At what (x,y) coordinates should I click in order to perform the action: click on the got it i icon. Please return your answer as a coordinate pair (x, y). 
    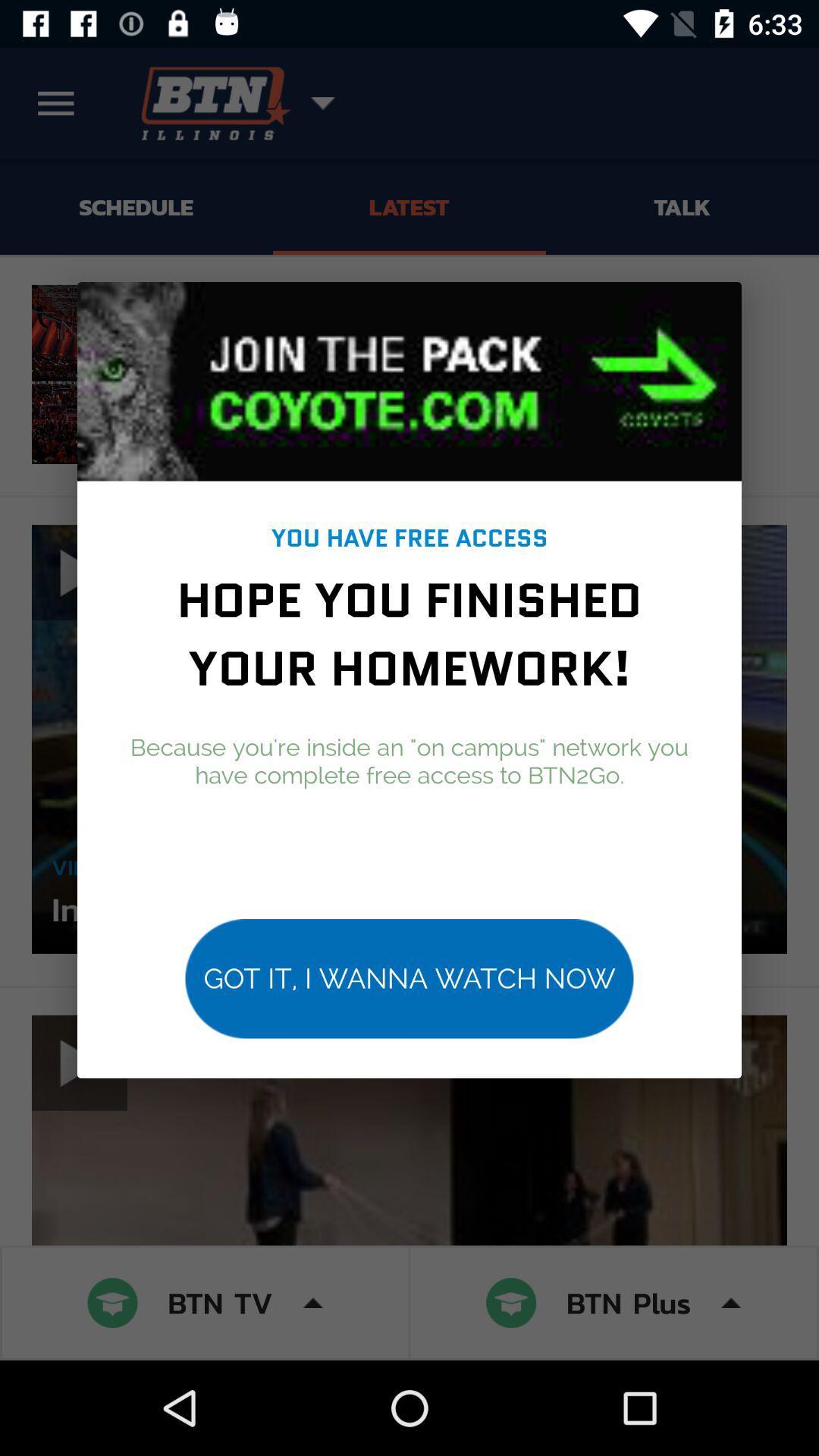
    Looking at the image, I should click on (409, 978).